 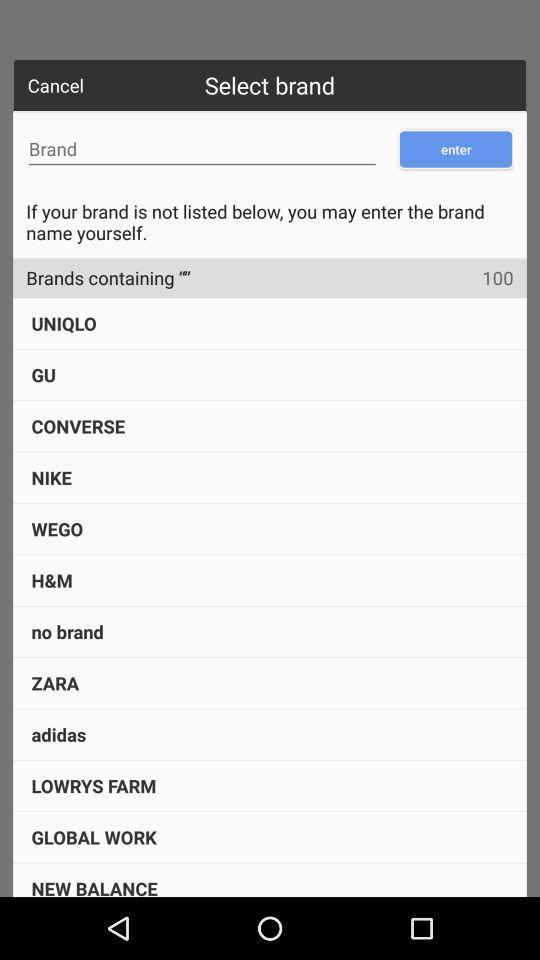 I want to click on icon below the if your brand icon, so click(x=100, y=276).